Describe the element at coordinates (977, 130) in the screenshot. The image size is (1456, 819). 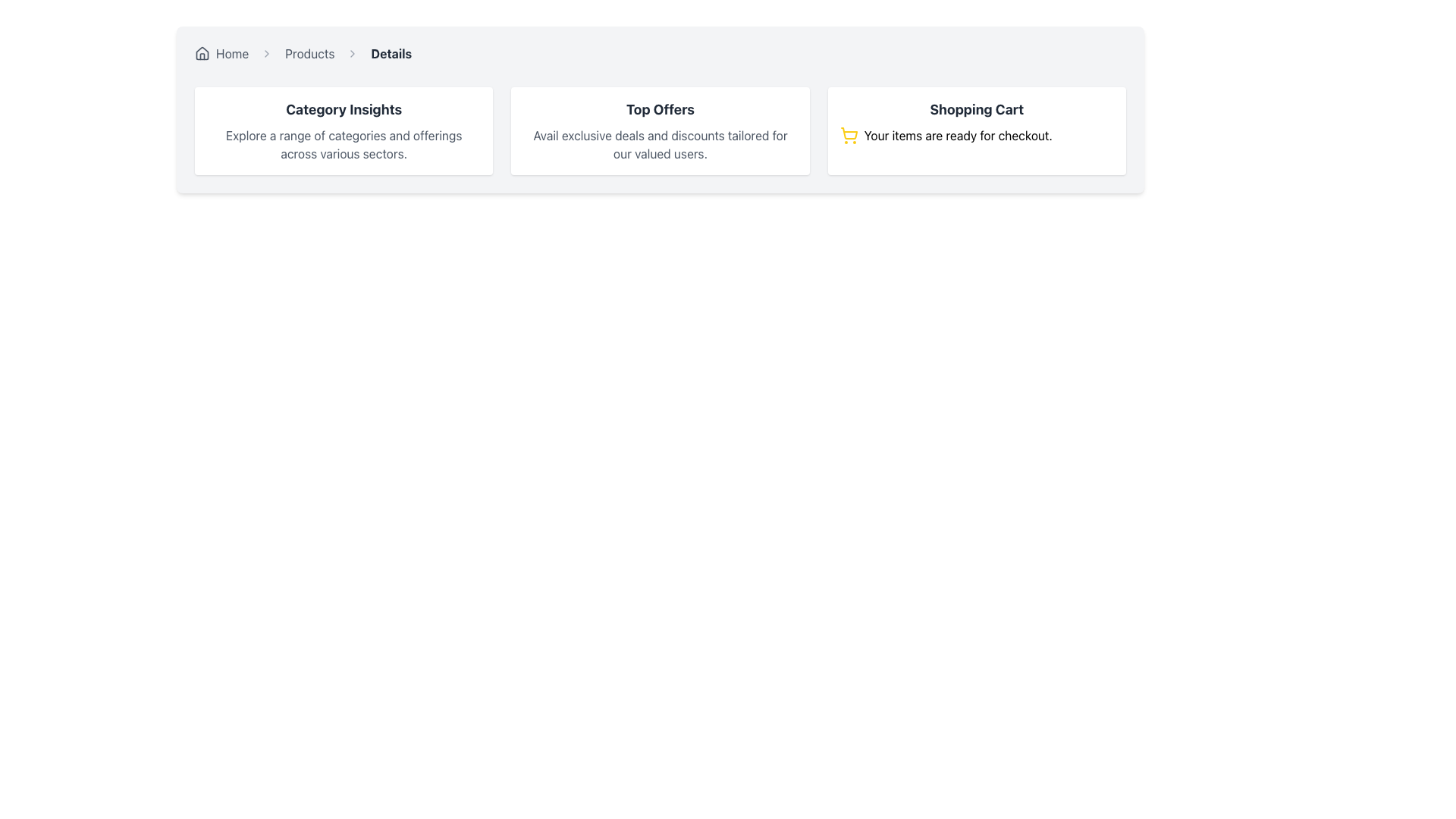
I see `the informational card that indicates the shopping cart status, which is located in the third column of a three-column grid layout, aligned horizontally with 'Category Insights' and 'Top Offers'` at that location.